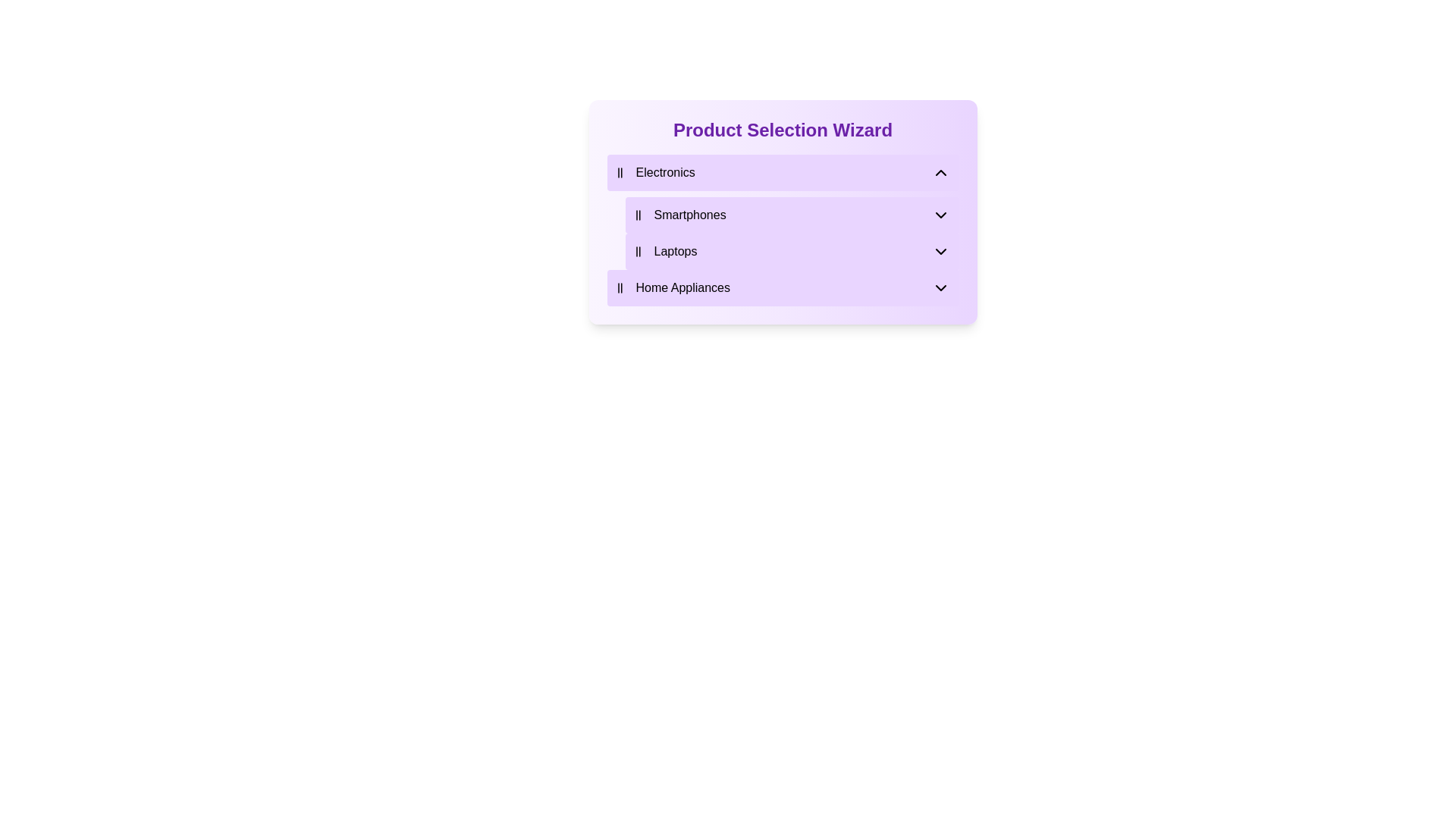  I want to click on the Chevron Down icon located to the right of the 'Smartphones' label in the purple background to observe the hover effect, so click(940, 215).